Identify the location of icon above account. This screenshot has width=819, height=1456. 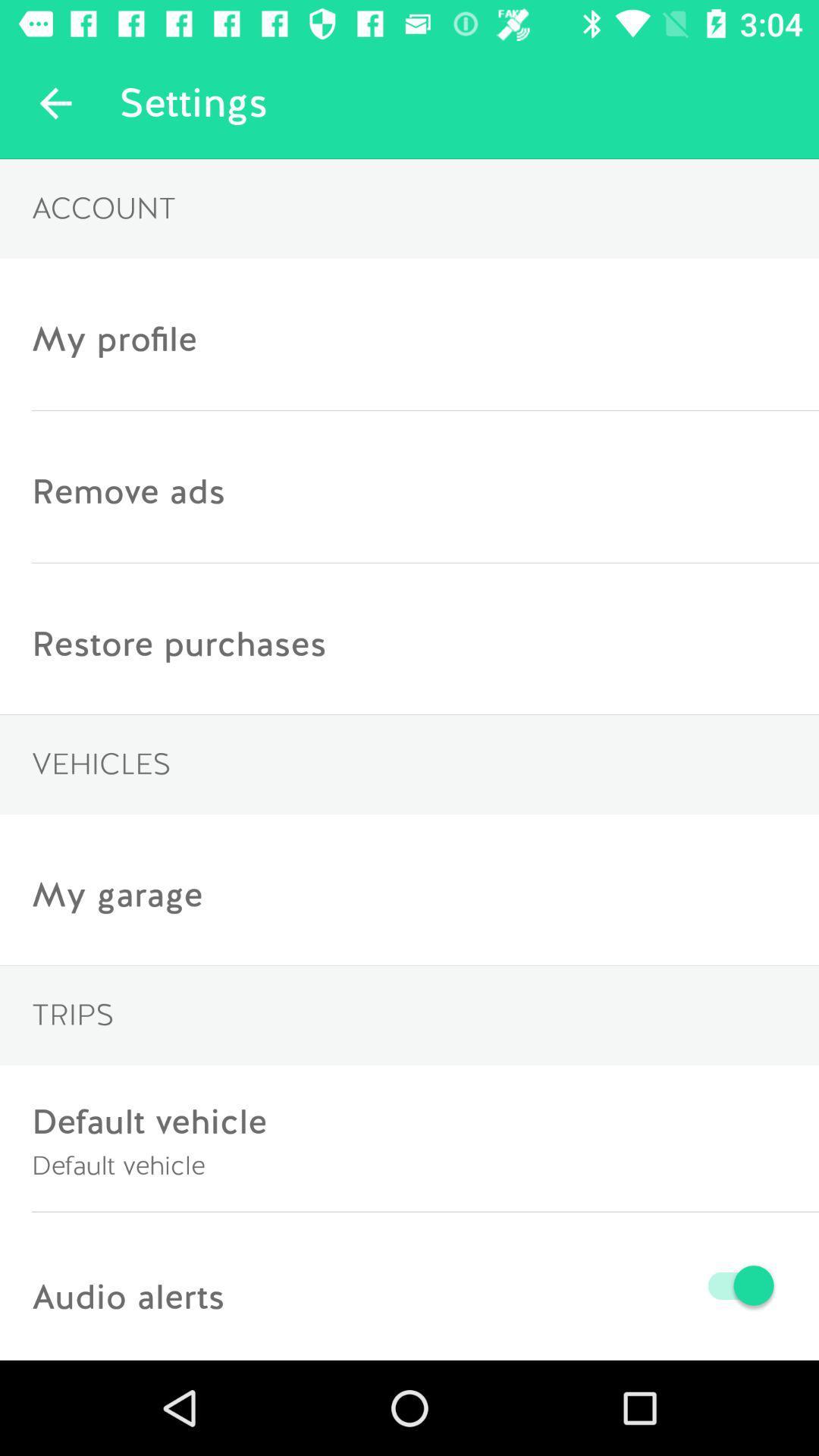
(55, 102).